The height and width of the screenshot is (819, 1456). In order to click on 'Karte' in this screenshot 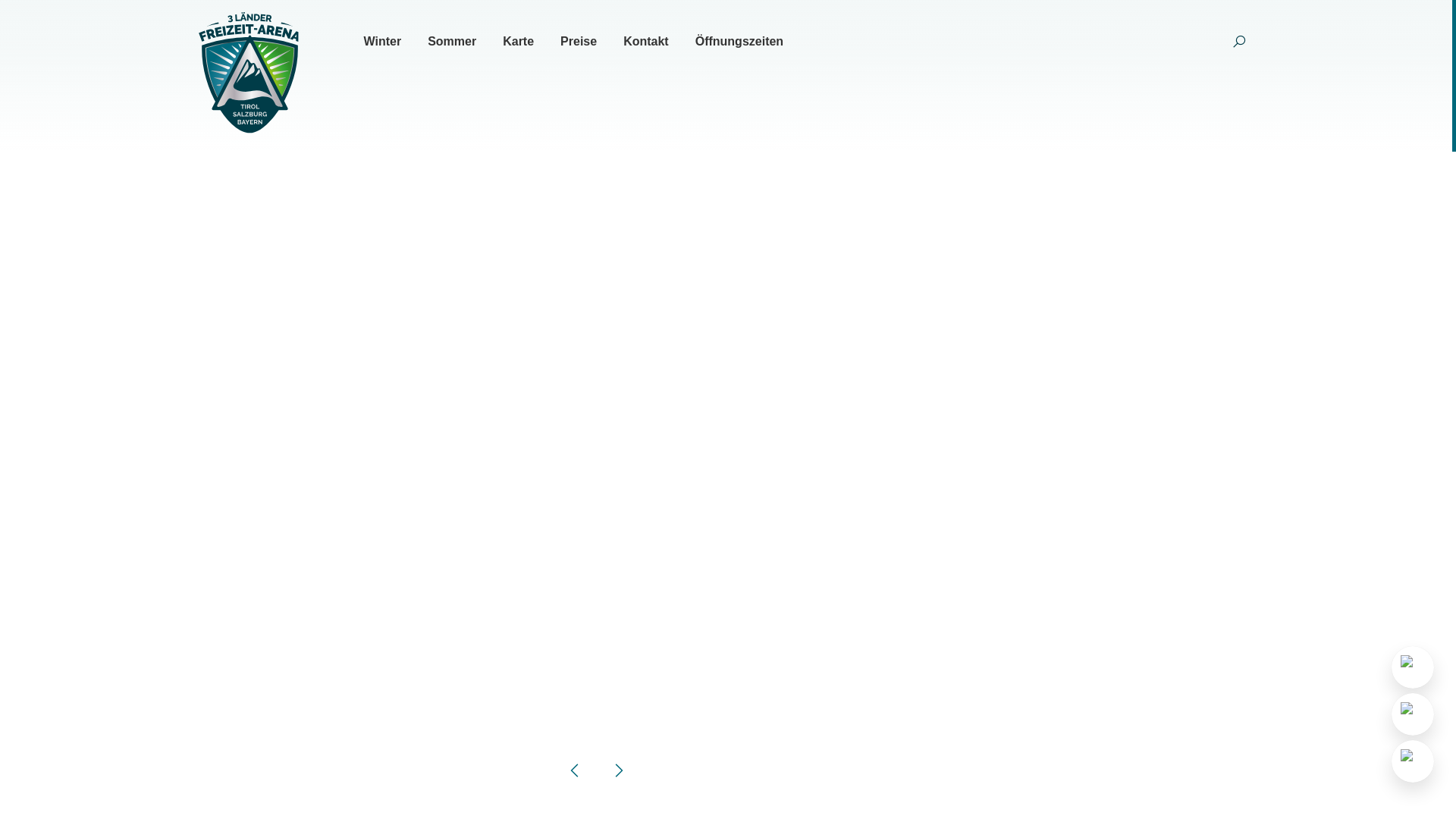, I will do `click(518, 40)`.